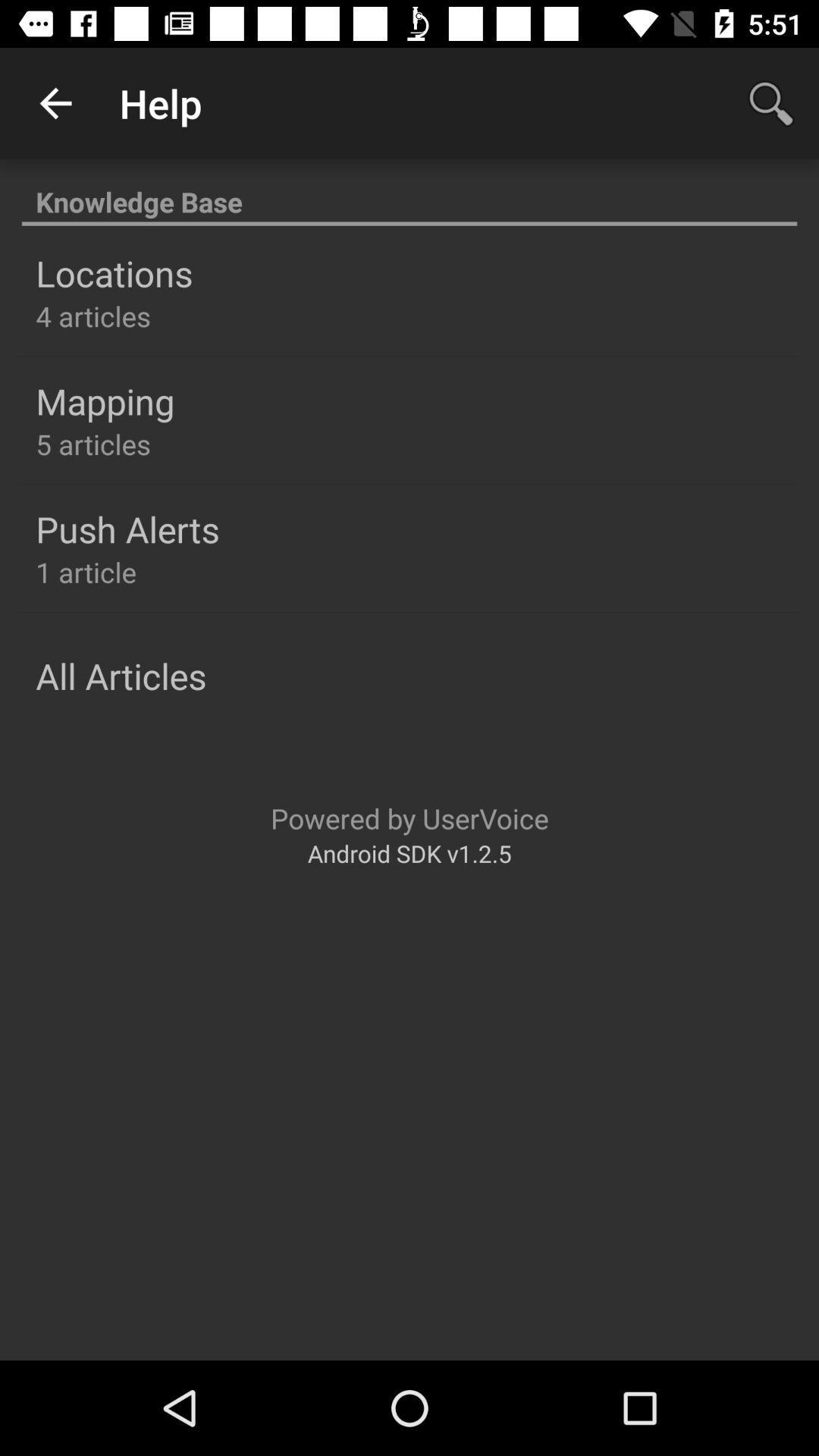 The height and width of the screenshot is (1456, 819). Describe the element at coordinates (55, 102) in the screenshot. I see `icon to the left of the help icon` at that location.